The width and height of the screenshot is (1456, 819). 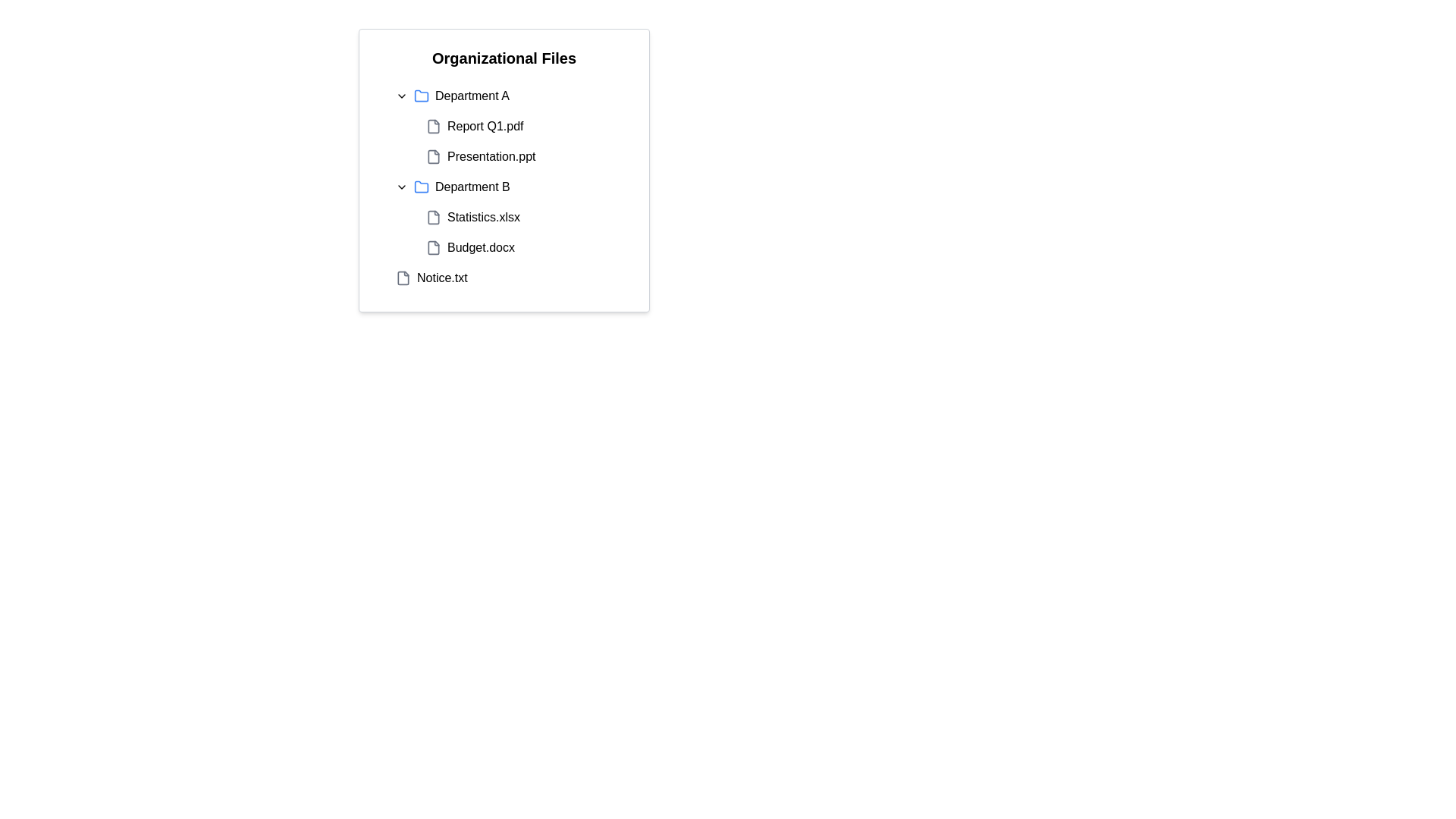 I want to click on on the file entry labeled 'Presentation.ppt' in the 'Department A' grouping of the 'Organizational Files' tree view, so click(x=480, y=157).